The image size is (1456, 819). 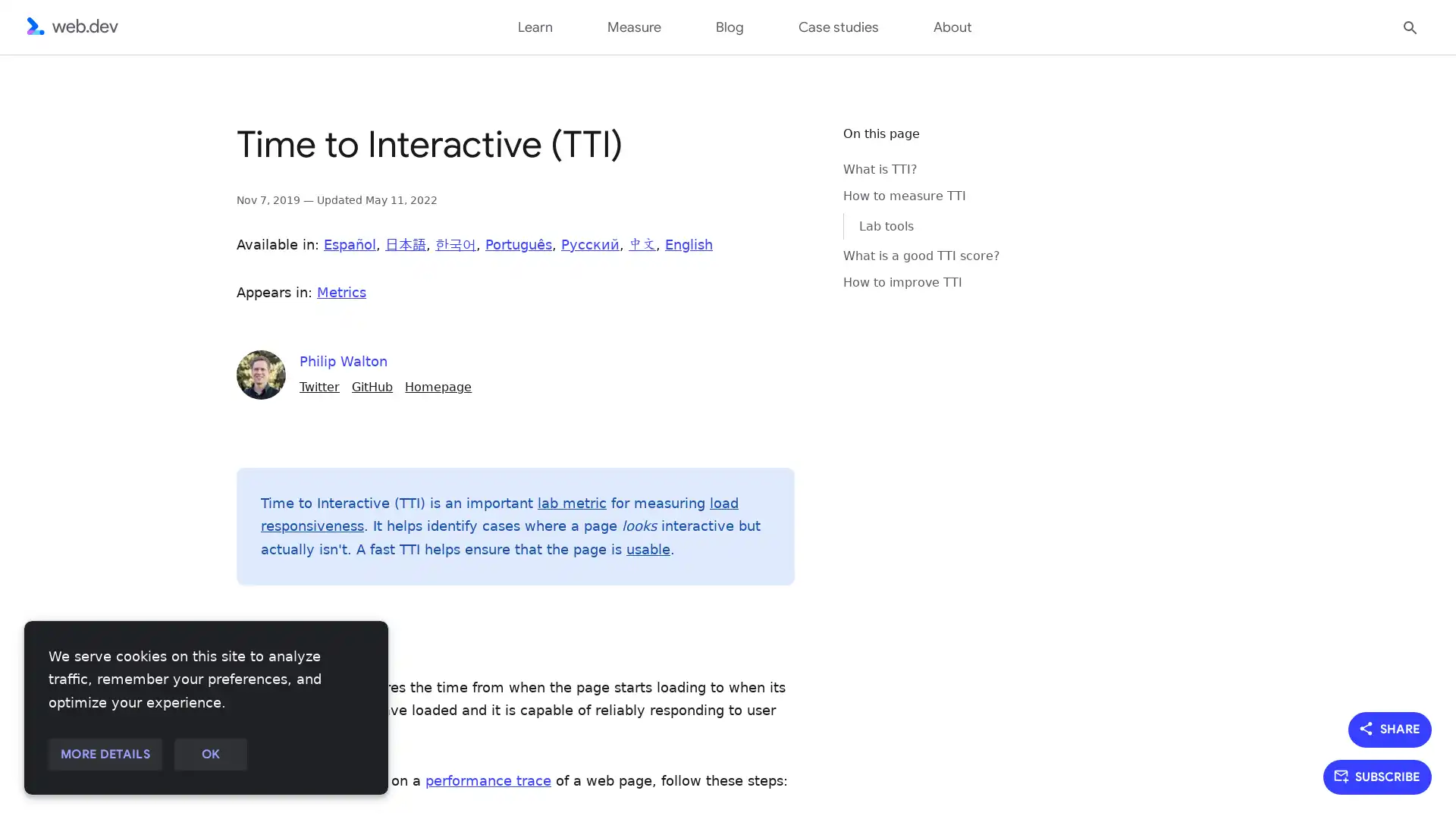 What do you see at coordinates (209, 755) in the screenshot?
I see `OK` at bounding box center [209, 755].